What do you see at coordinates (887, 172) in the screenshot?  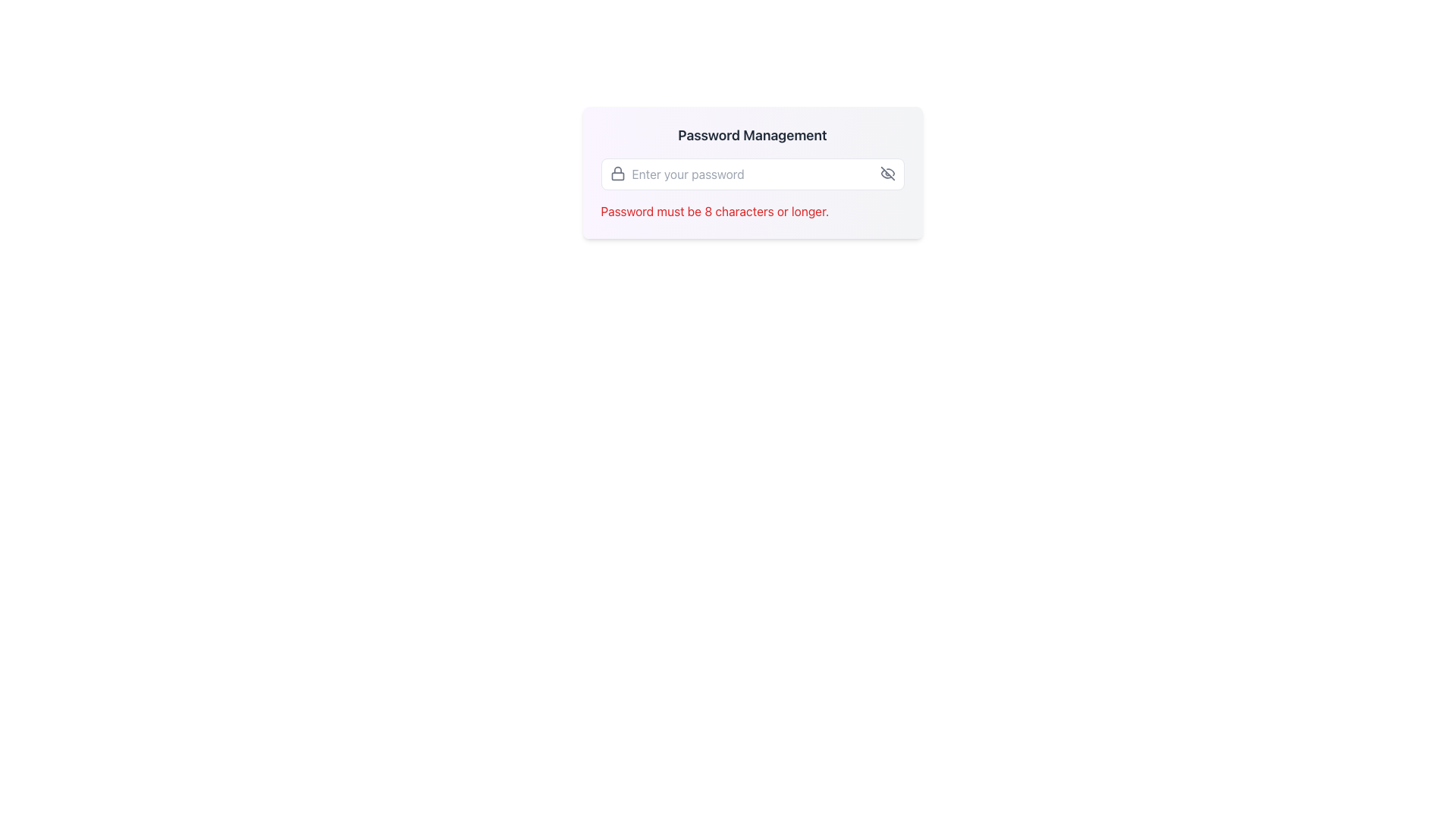 I see `the visibility toggle button for the password input field` at bounding box center [887, 172].